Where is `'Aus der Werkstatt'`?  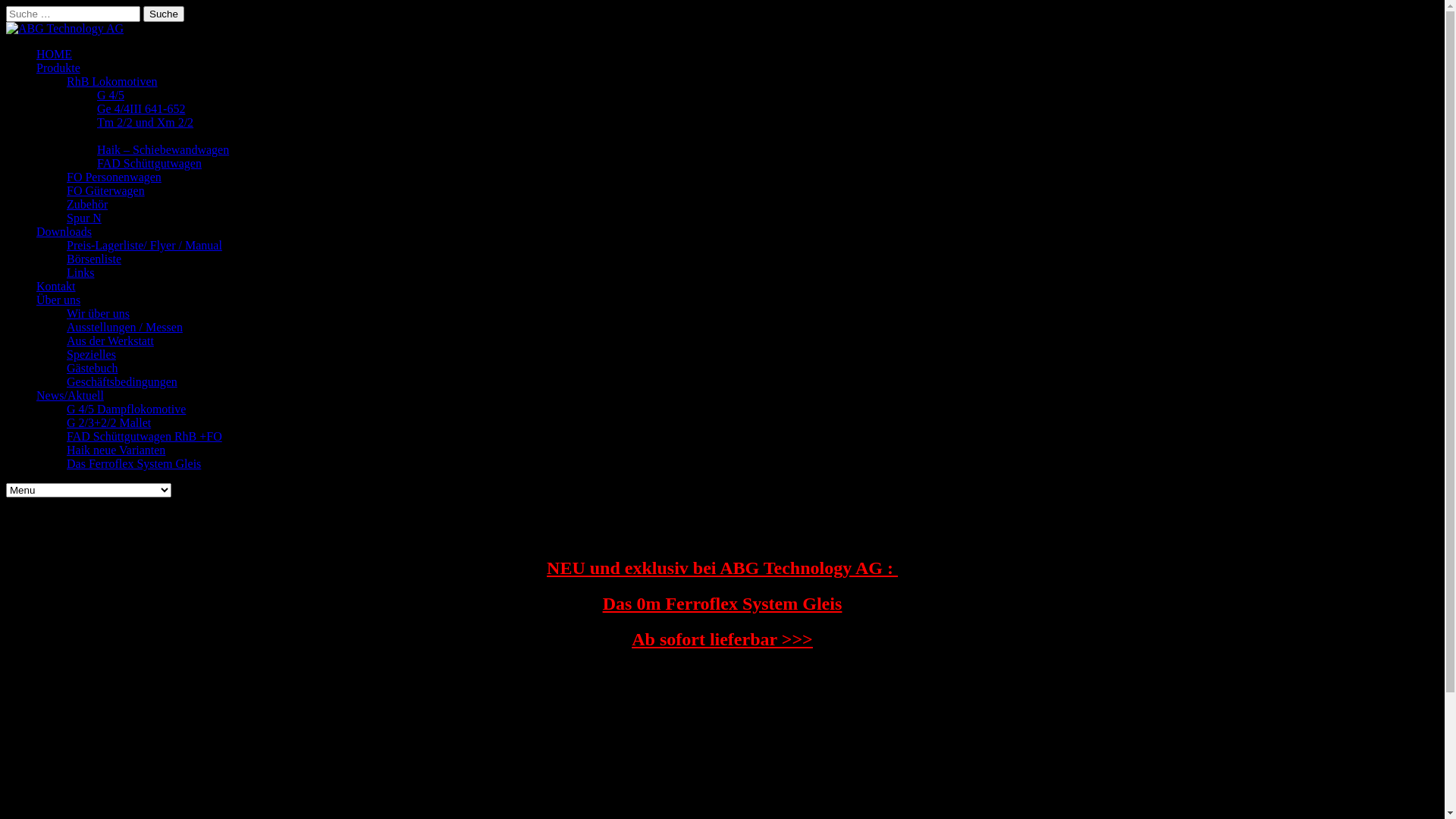
'Aus der Werkstatt' is located at coordinates (109, 340).